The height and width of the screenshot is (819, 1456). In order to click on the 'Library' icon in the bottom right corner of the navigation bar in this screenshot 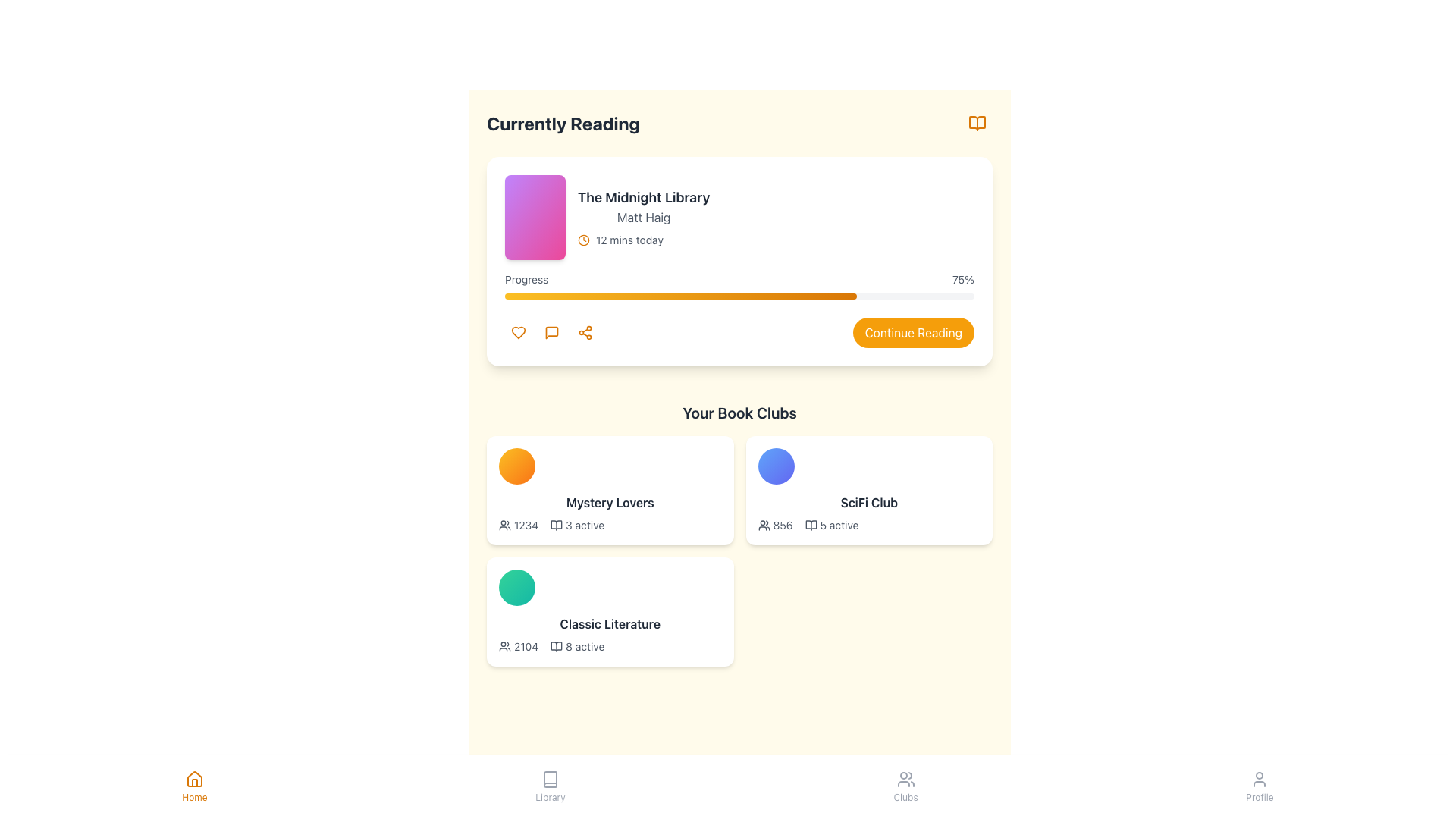, I will do `click(556, 646)`.